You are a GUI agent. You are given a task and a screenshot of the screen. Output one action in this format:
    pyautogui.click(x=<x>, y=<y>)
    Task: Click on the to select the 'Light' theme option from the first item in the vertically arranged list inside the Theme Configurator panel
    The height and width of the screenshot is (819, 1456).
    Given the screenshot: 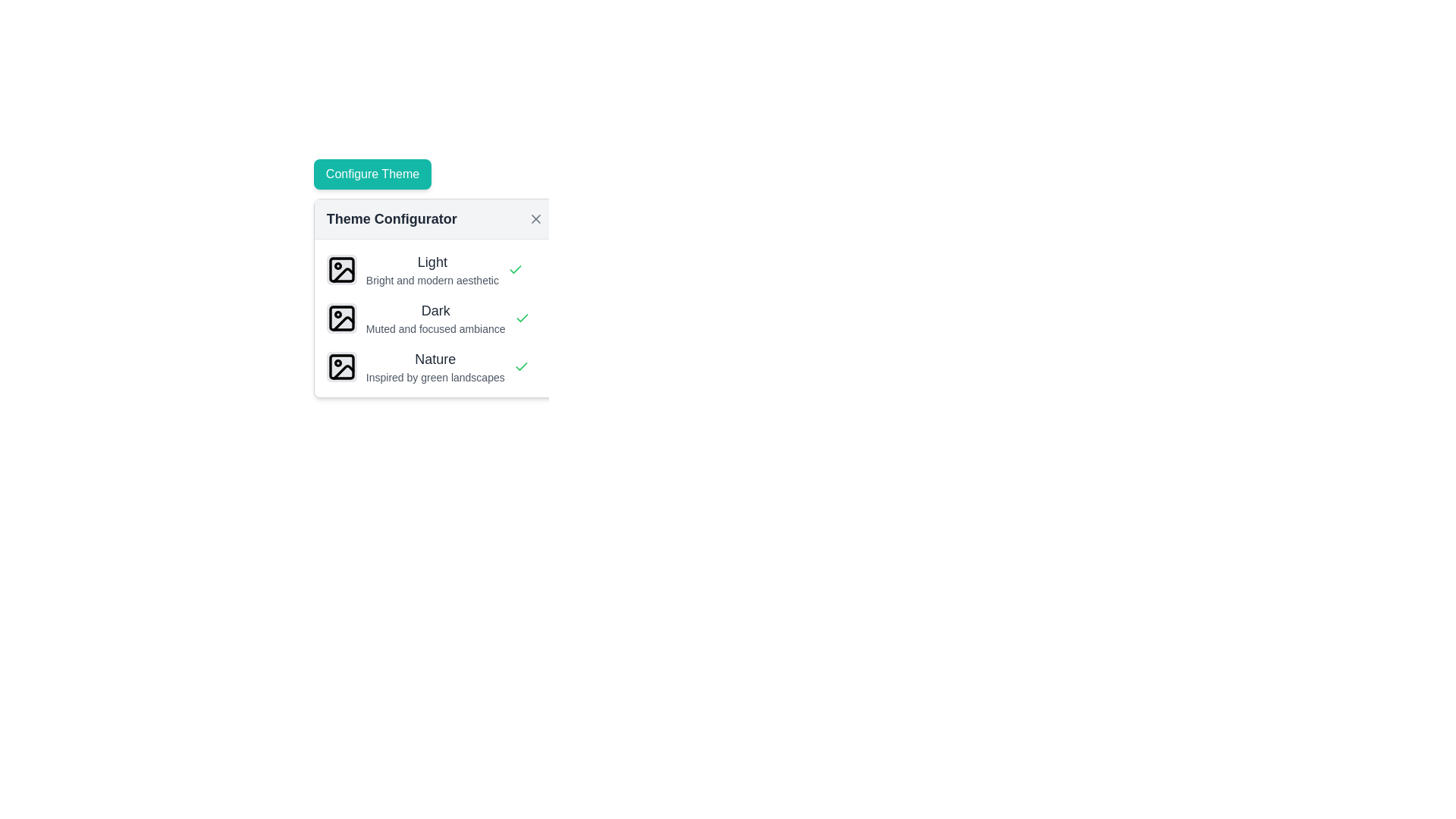 What is the action you would take?
    pyautogui.click(x=434, y=268)
    